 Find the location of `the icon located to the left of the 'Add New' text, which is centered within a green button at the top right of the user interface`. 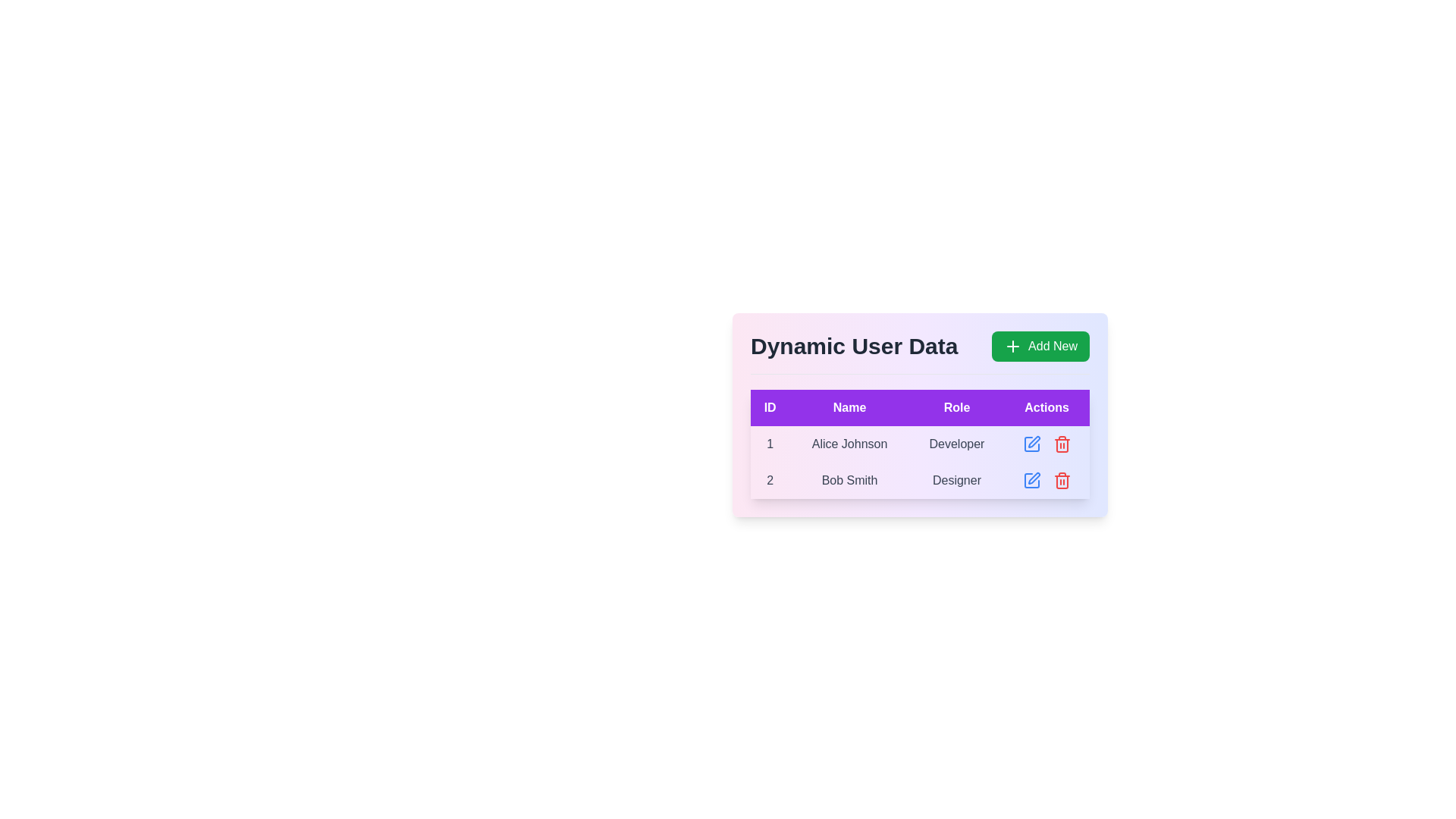

the icon located to the left of the 'Add New' text, which is centered within a green button at the top right of the user interface is located at coordinates (1013, 346).